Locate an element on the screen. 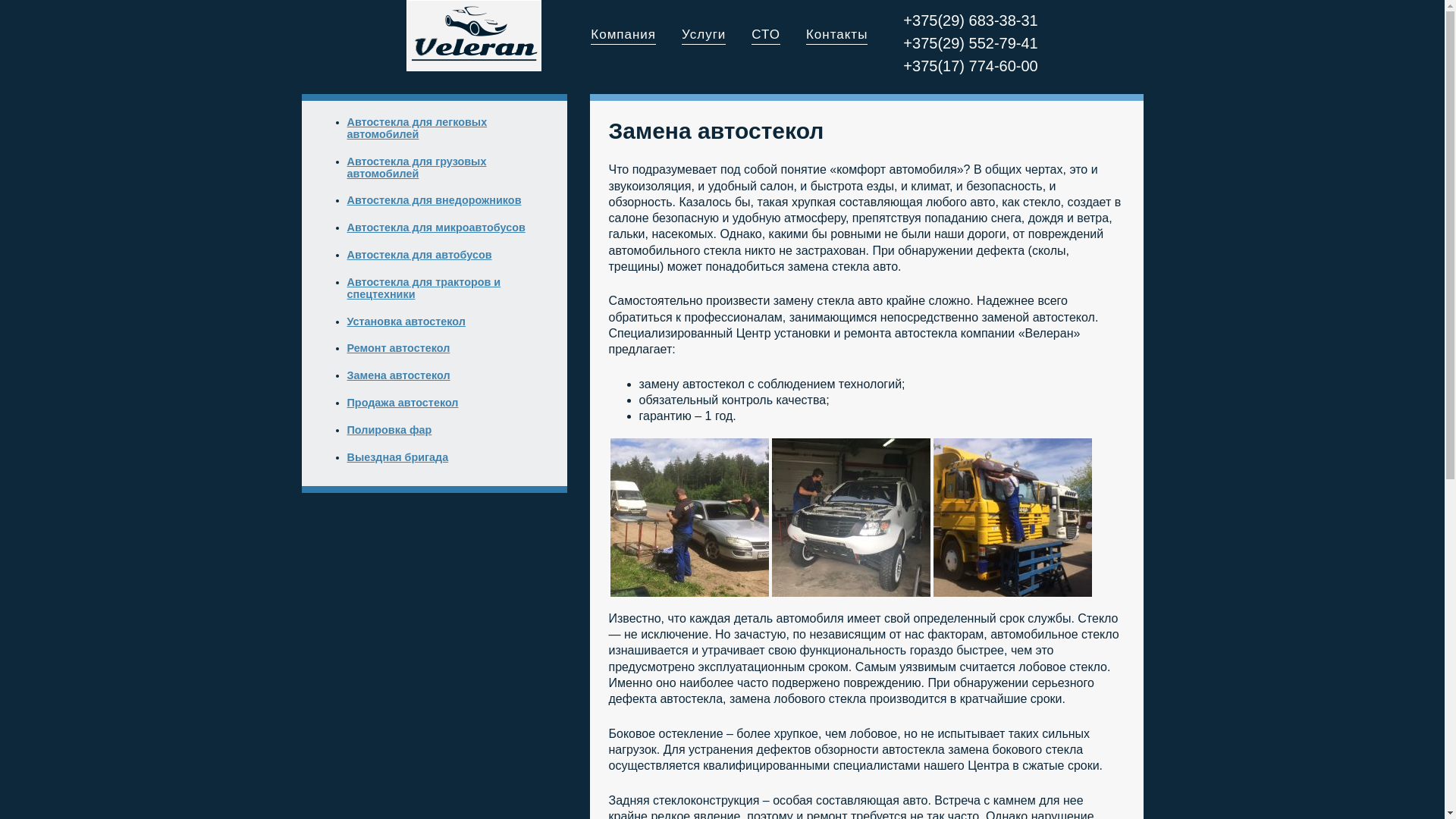 This screenshot has height=819, width=1456. '+375(29) 683-38-31' is located at coordinates (969, 20).